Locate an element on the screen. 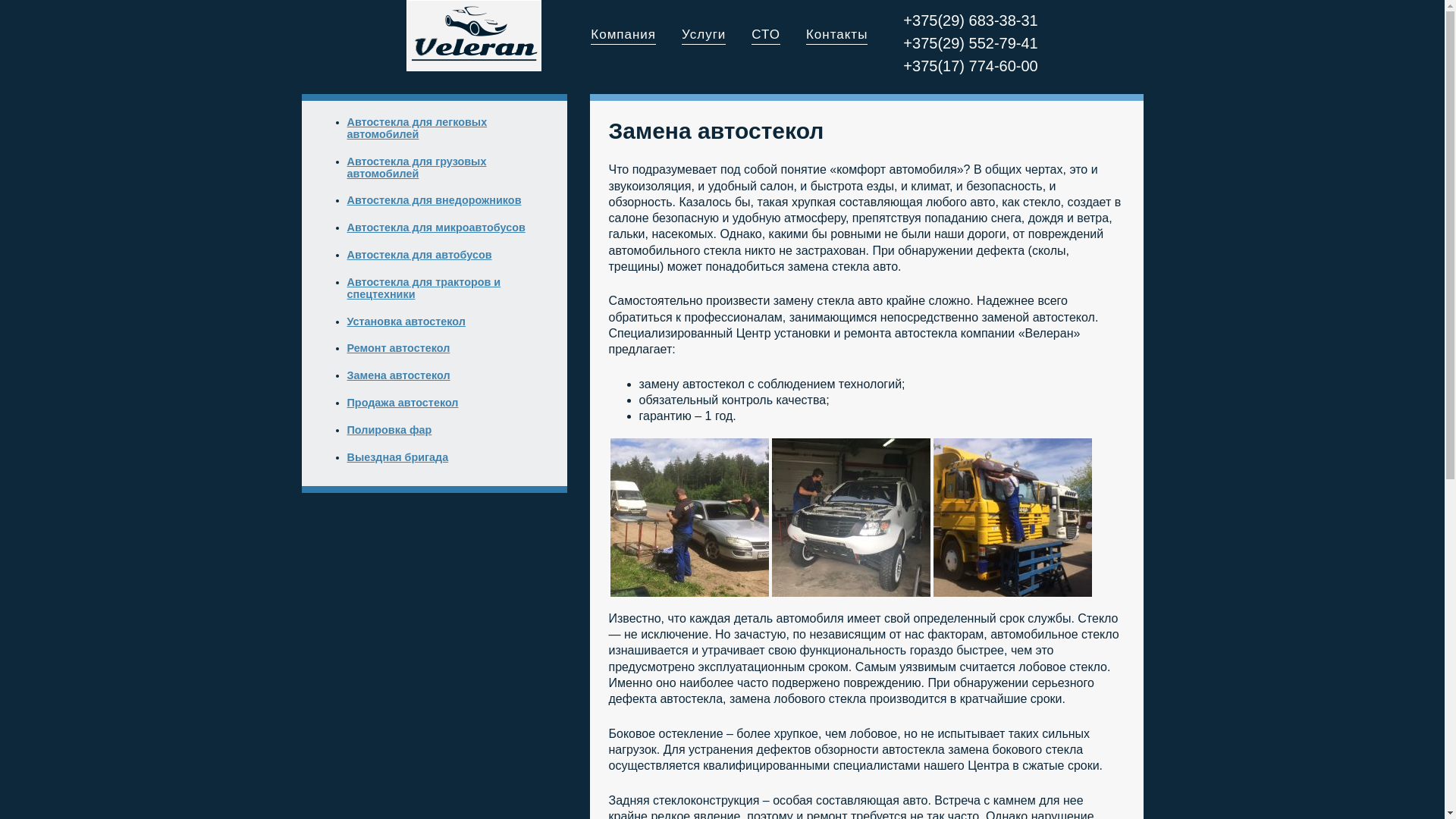 This screenshot has height=819, width=1456. '+375(29) 683-38-31' is located at coordinates (969, 20).